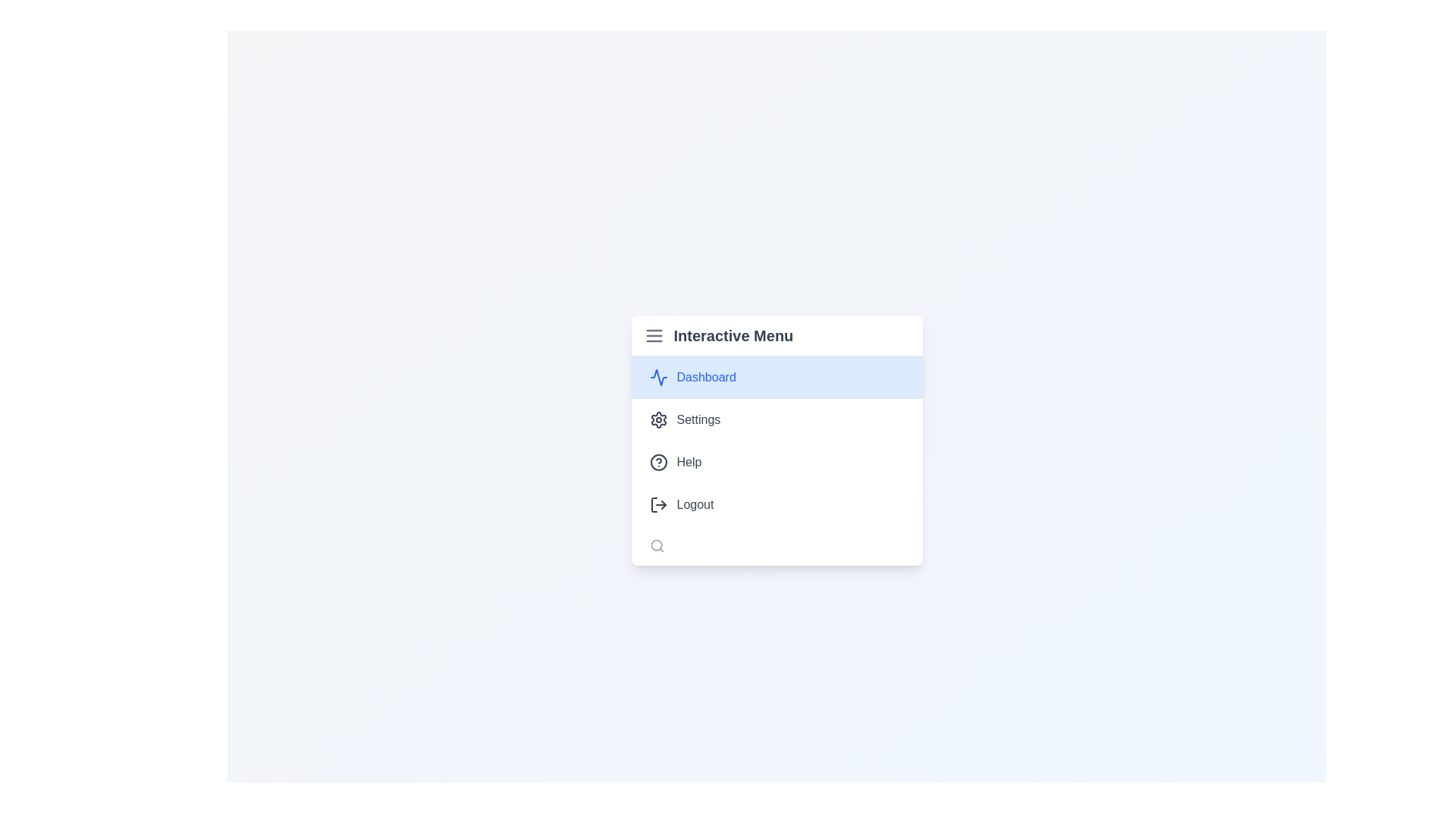 This screenshot has height=819, width=1456. I want to click on the 'Settings' option in the Interactive Menu, so click(777, 441).